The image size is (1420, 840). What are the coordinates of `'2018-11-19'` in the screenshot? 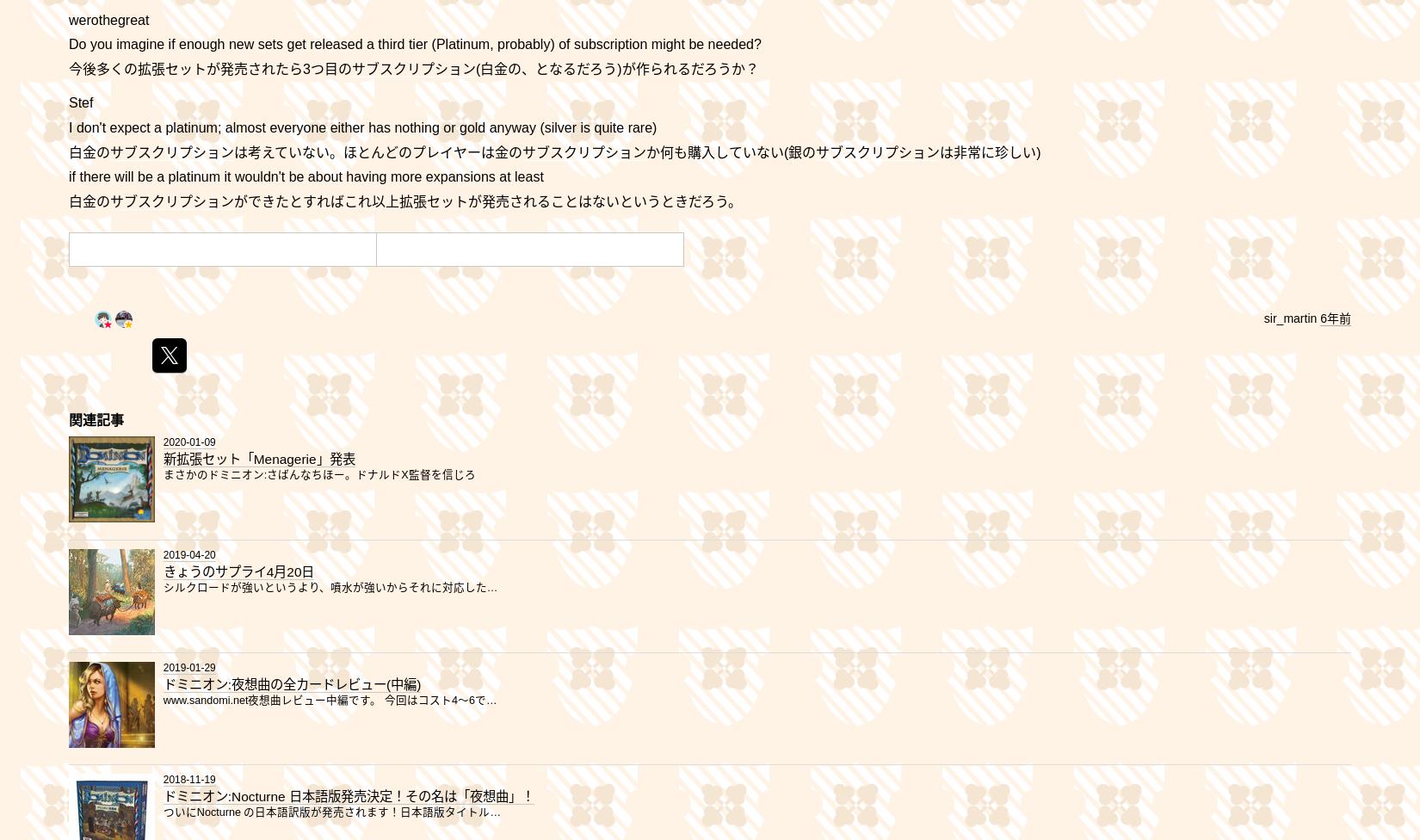 It's located at (188, 779).